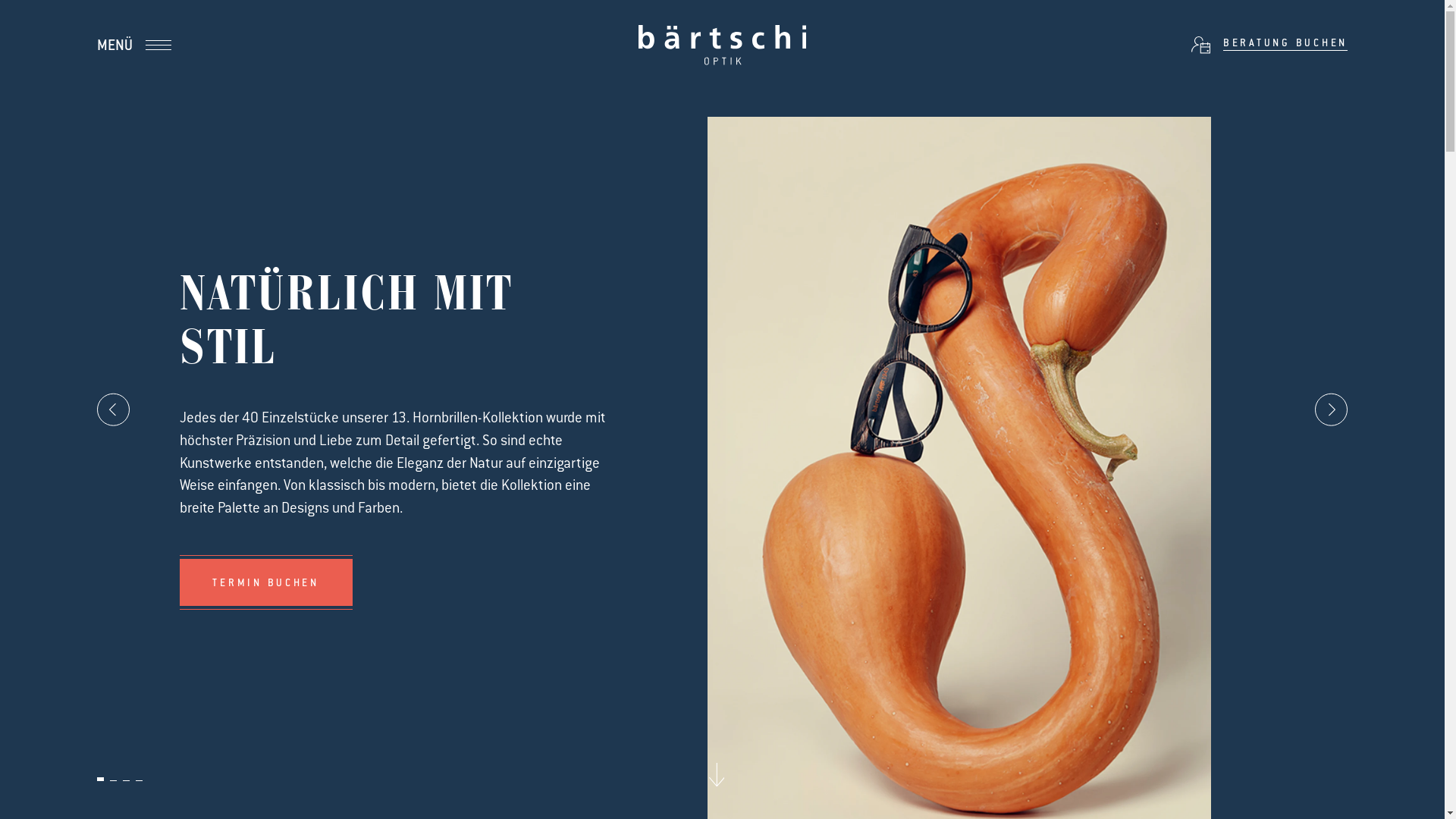  I want to click on 'TERMIN BUCHEN', so click(265, 581).